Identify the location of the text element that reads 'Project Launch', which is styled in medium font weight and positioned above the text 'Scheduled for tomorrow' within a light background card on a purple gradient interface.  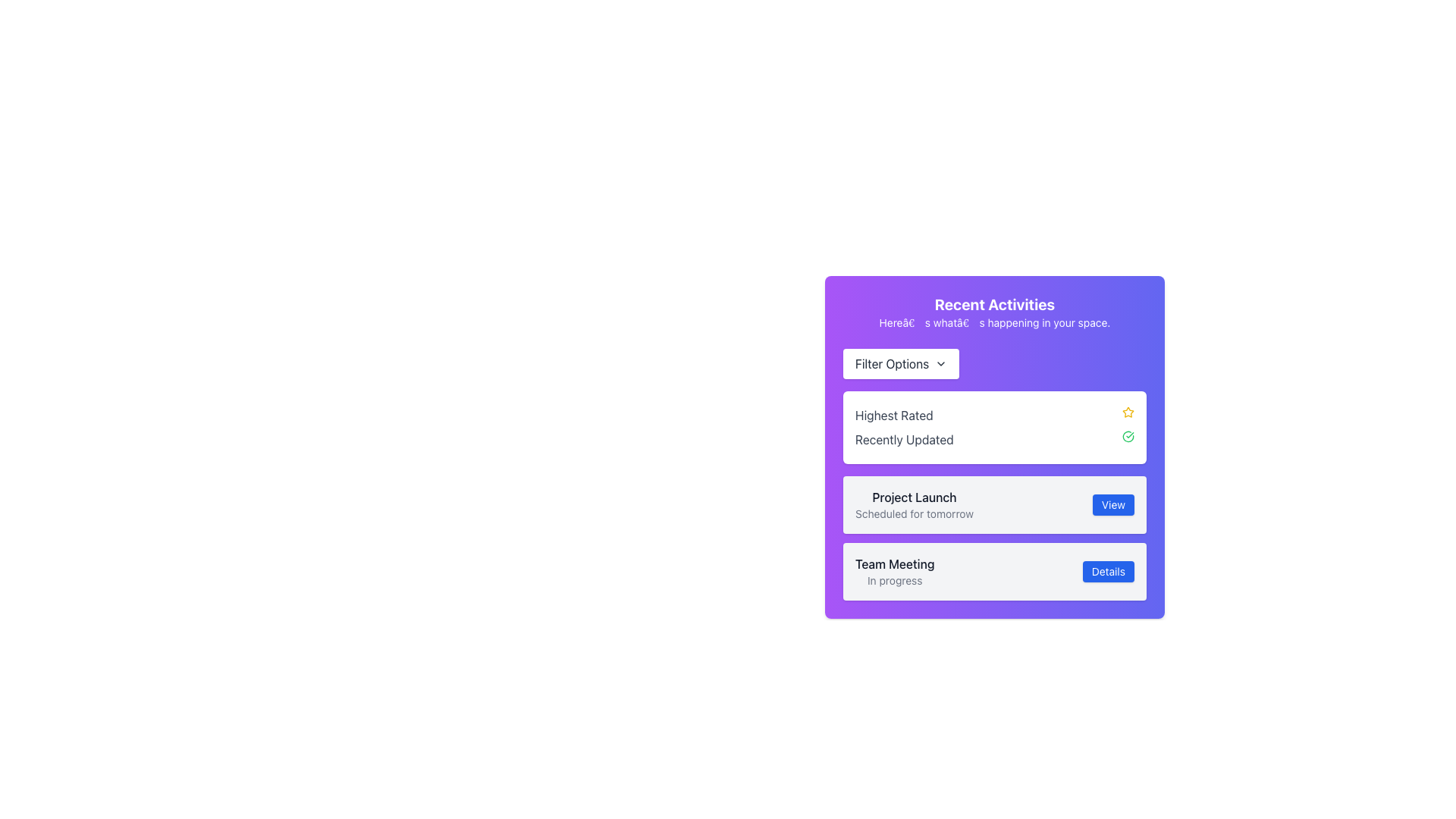
(913, 497).